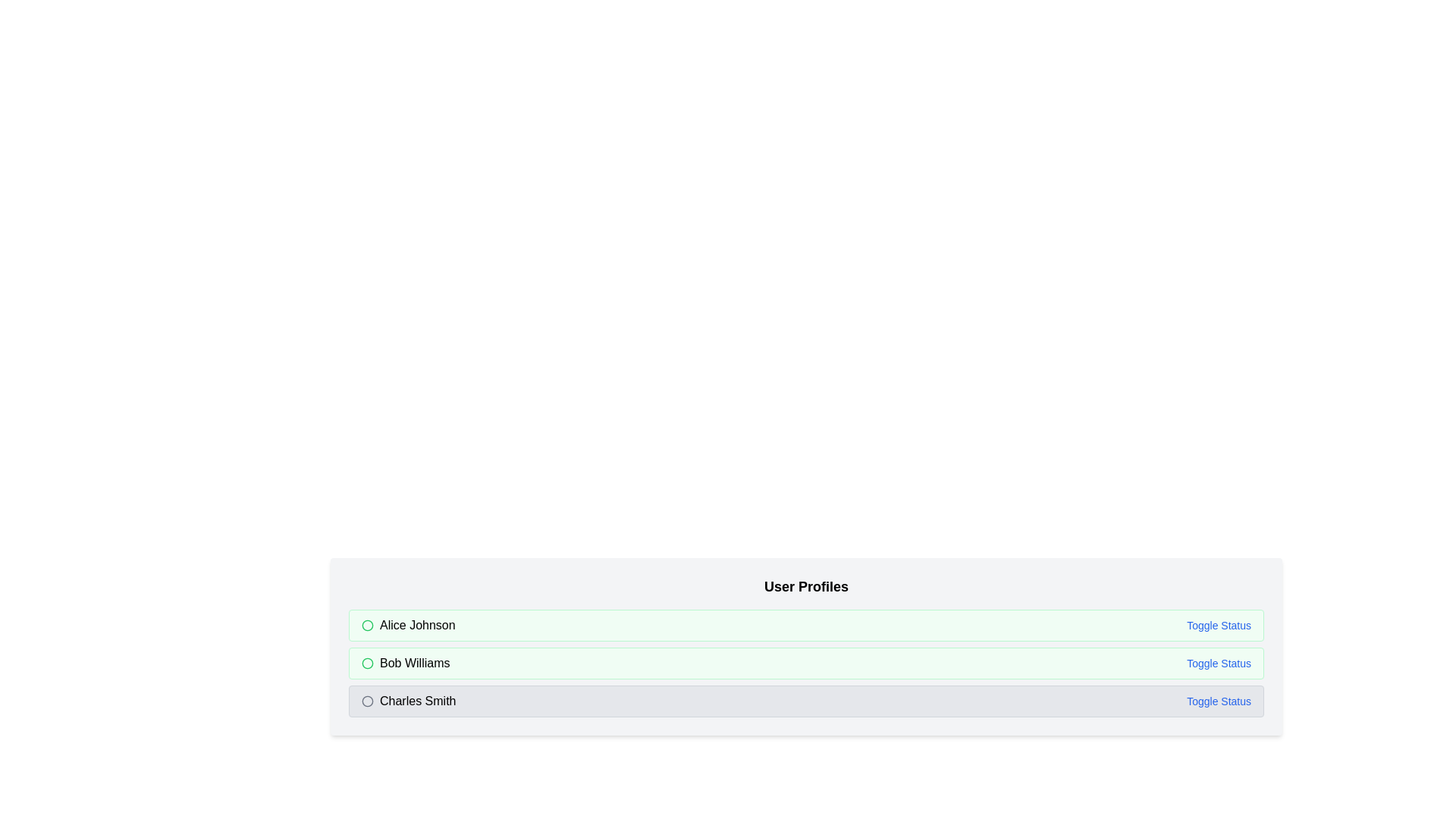 The height and width of the screenshot is (819, 1456). What do you see at coordinates (367, 626) in the screenshot?
I see `the circular icon with a green border located to the left of the name 'Alice Johnson' in the user profiles list` at bounding box center [367, 626].